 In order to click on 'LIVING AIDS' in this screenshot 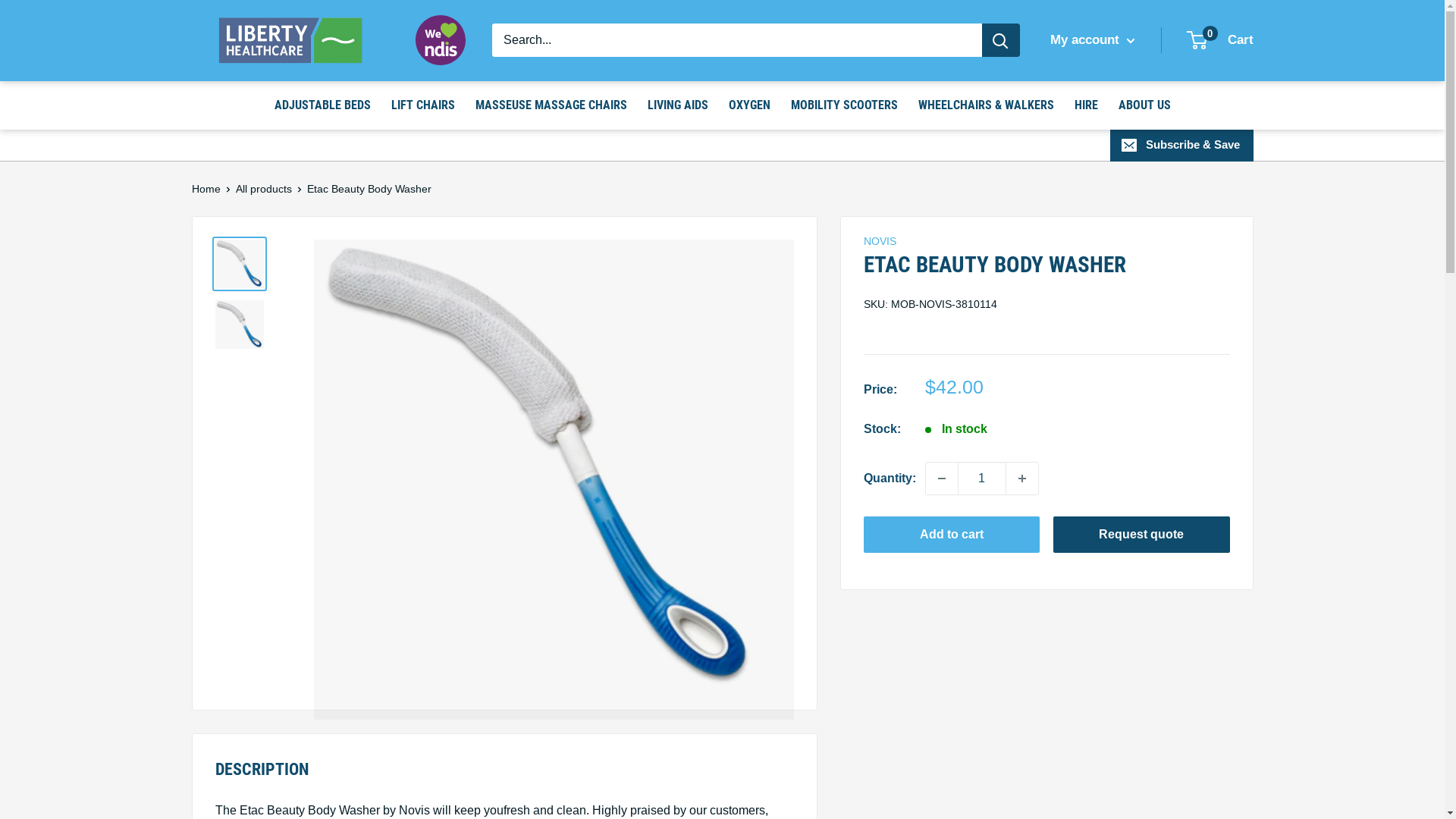, I will do `click(676, 104)`.